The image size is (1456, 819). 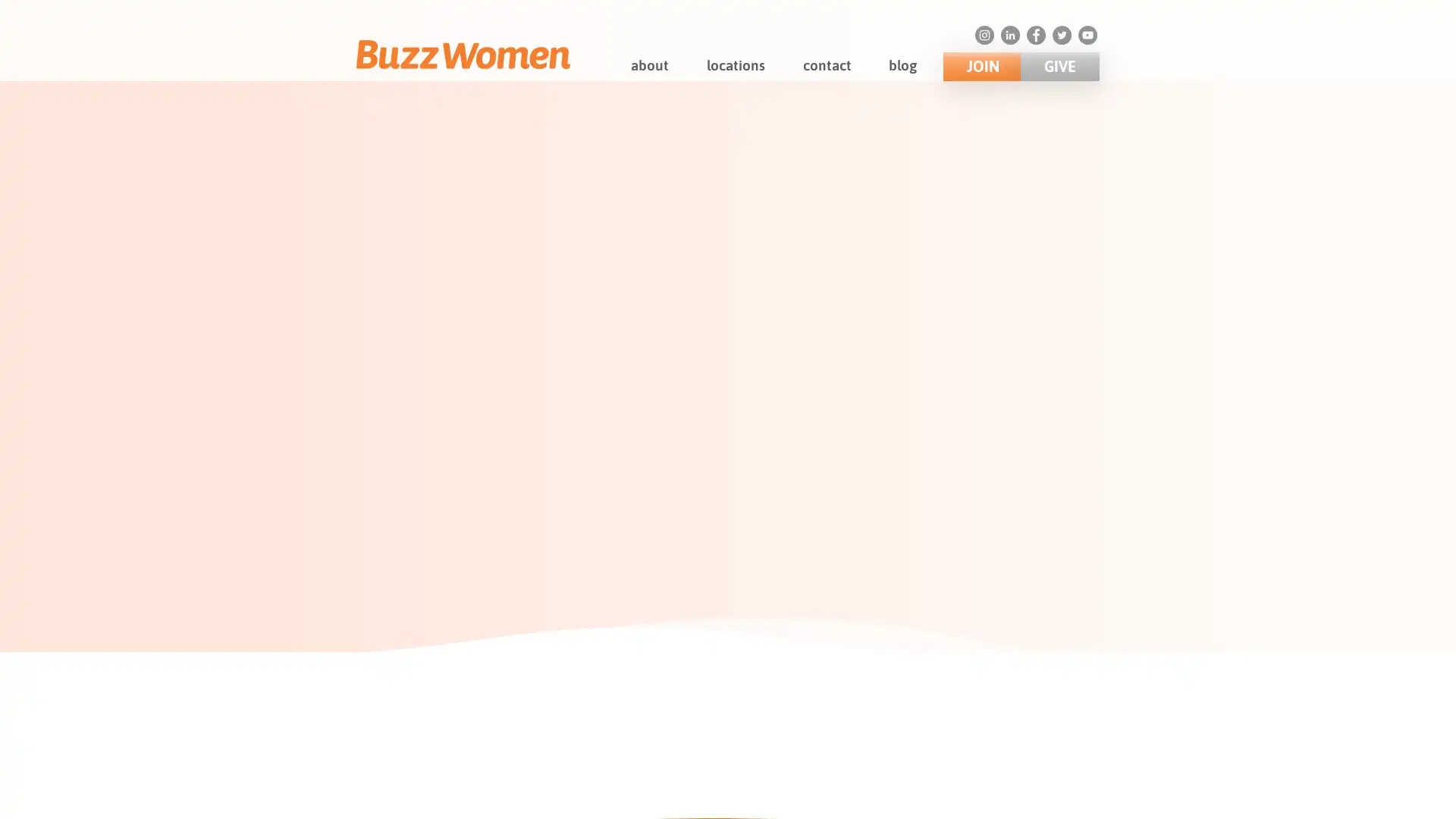 What do you see at coordinates (1311, 794) in the screenshot?
I see `Decline All` at bounding box center [1311, 794].